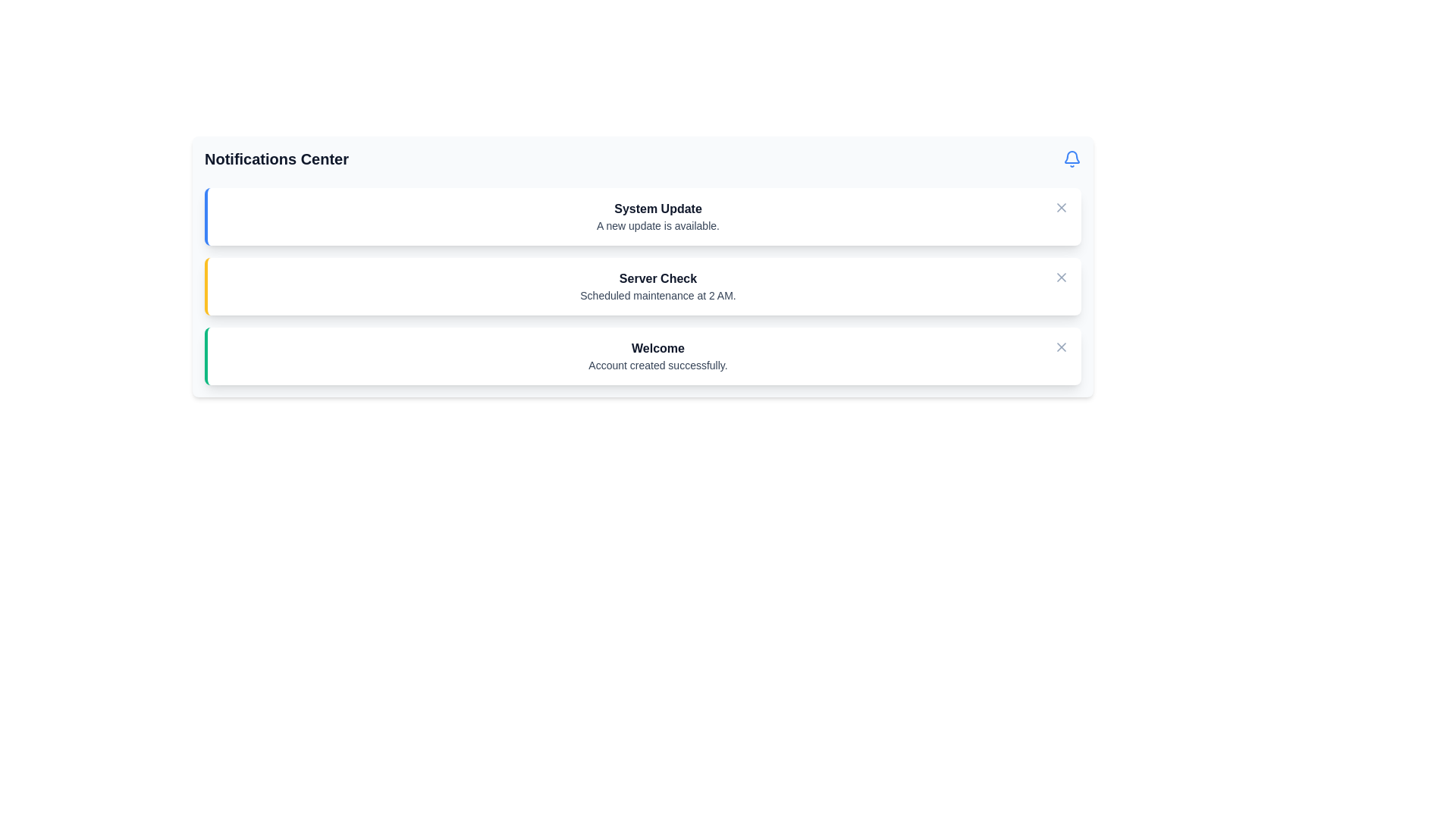  Describe the element at coordinates (1072, 158) in the screenshot. I see `the bell-shaped notification icon with a blue outline located at the top-right corner of the Notifications Center` at that location.